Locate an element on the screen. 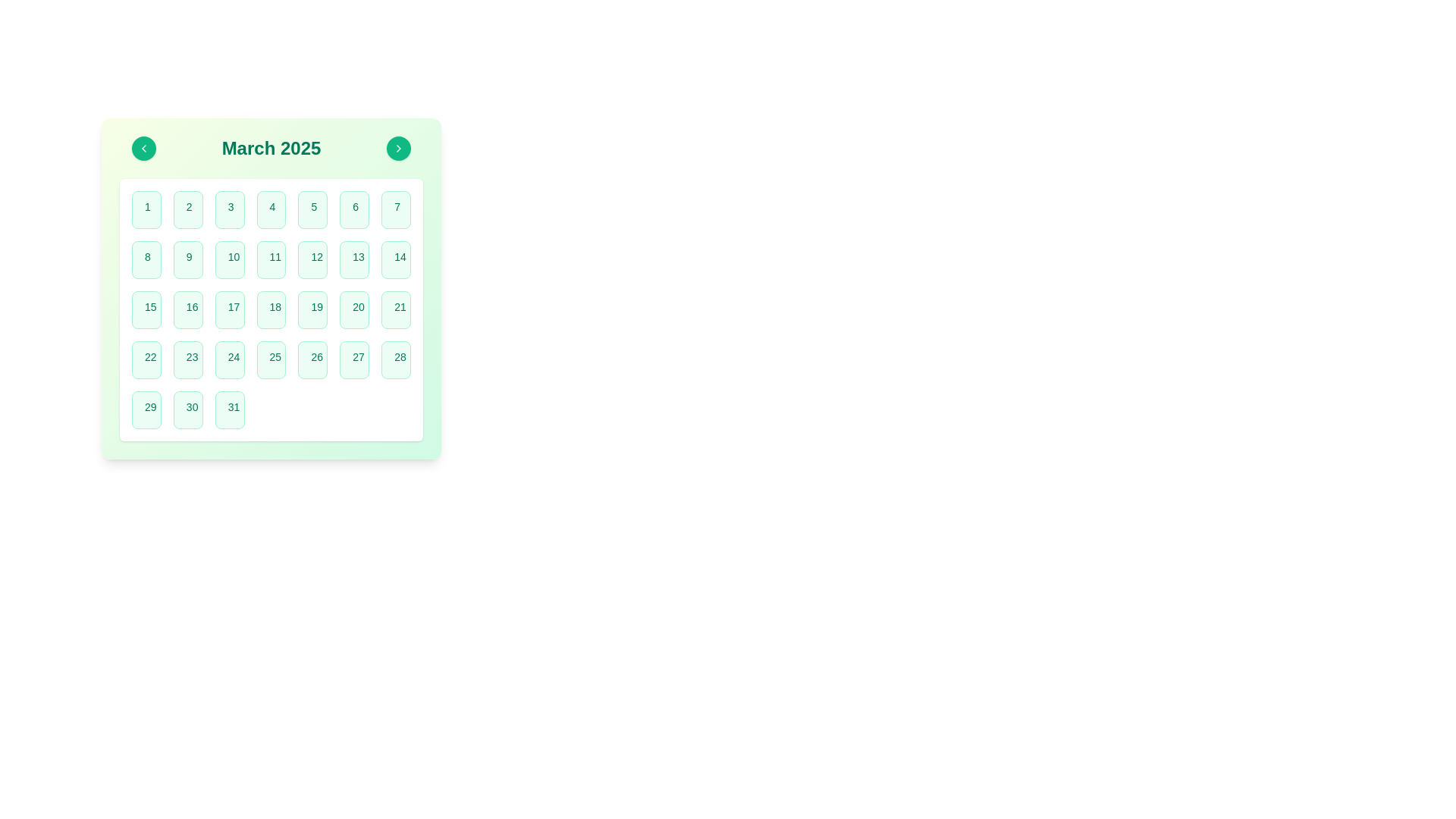  the Calendar Day Cell displaying the date '21', which is a rounded rectangular shape with a light green background and a darker green number '21' centered within it is located at coordinates (396, 309).